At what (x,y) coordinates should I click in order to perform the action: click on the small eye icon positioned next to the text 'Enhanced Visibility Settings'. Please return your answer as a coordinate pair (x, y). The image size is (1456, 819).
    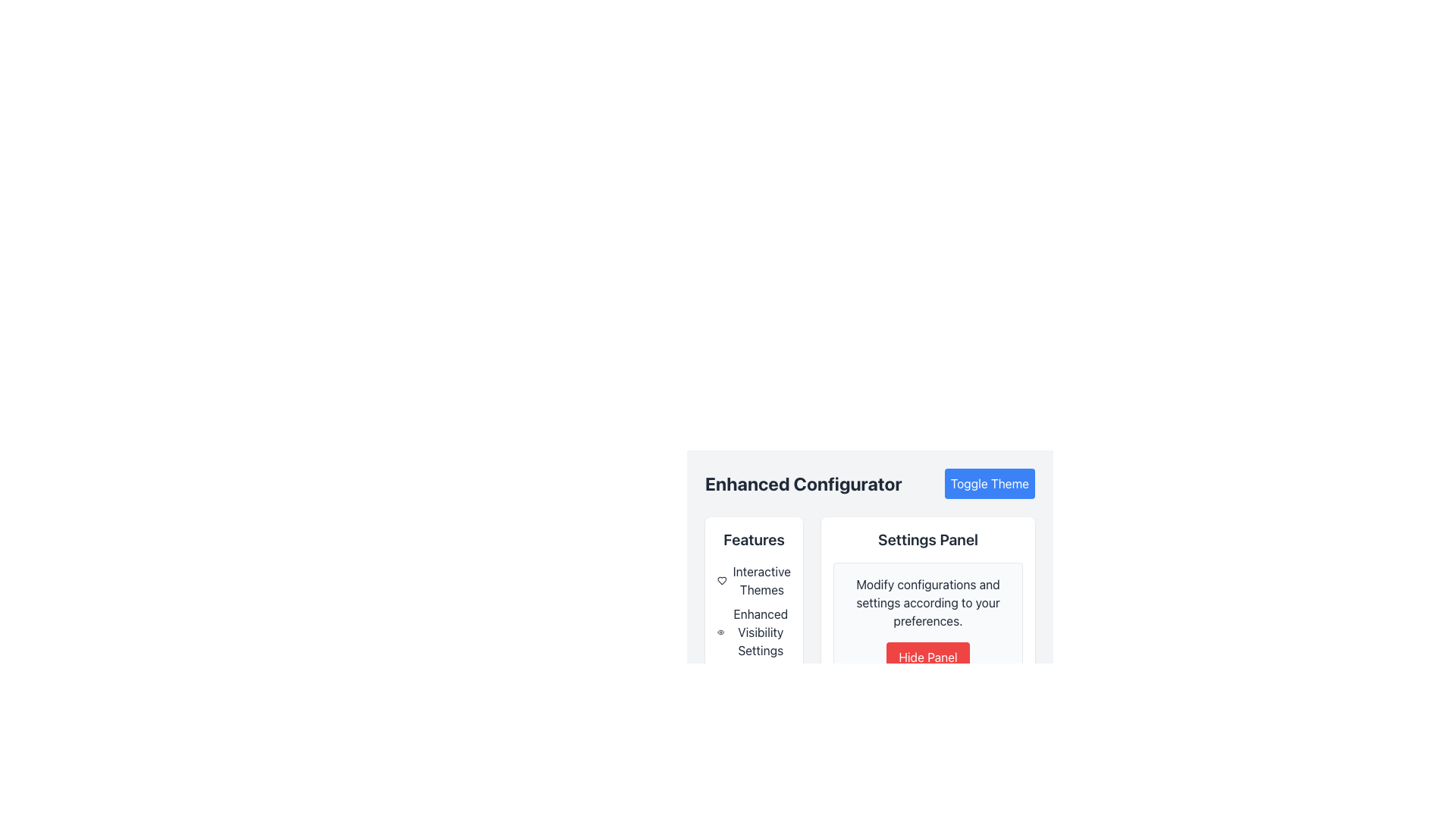
    Looking at the image, I should click on (720, 632).